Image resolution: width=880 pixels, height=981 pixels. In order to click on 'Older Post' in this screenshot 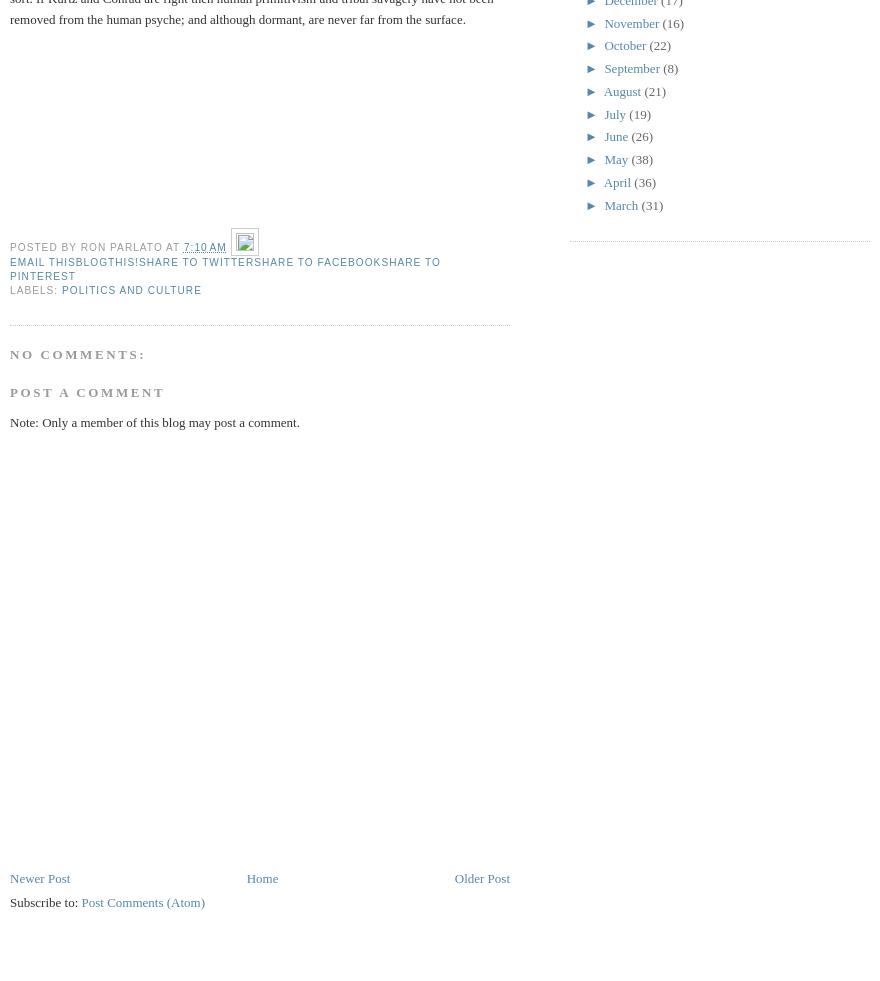, I will do `click(452, 877)`.